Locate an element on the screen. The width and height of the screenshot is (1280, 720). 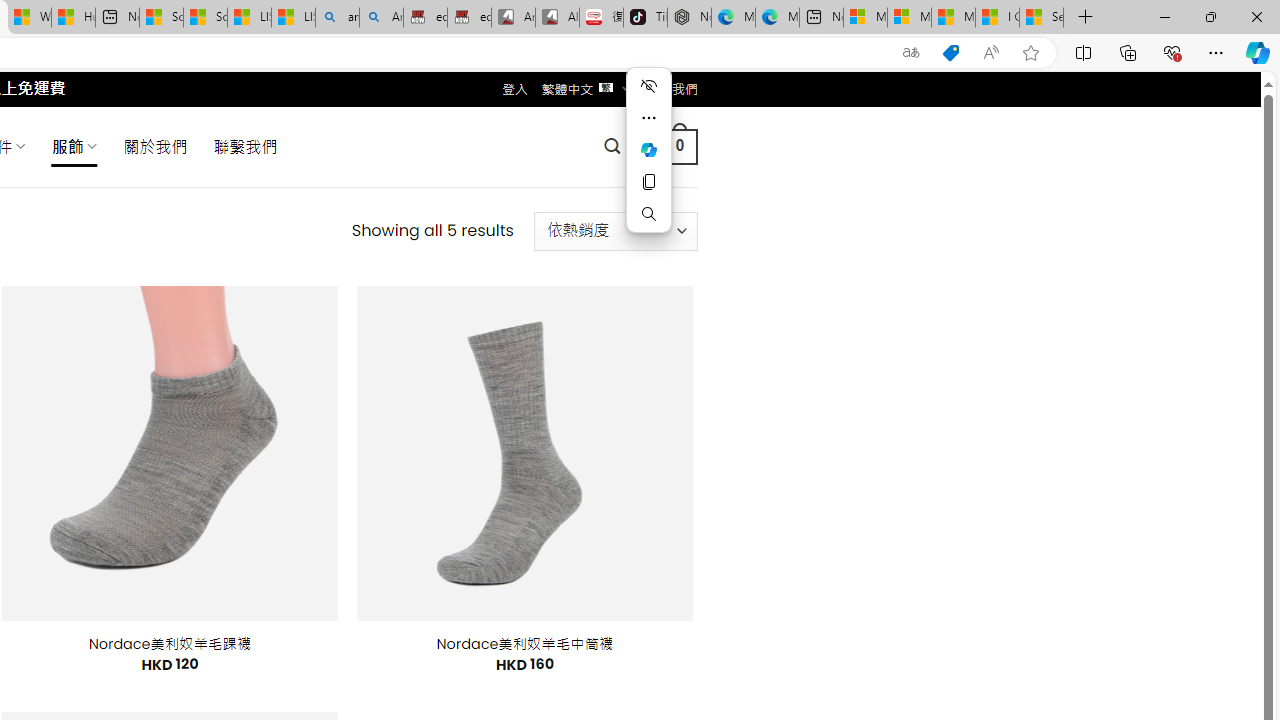
'Amazon Echo Dot PNG - Search Images' is located at coordinates (381, 17).